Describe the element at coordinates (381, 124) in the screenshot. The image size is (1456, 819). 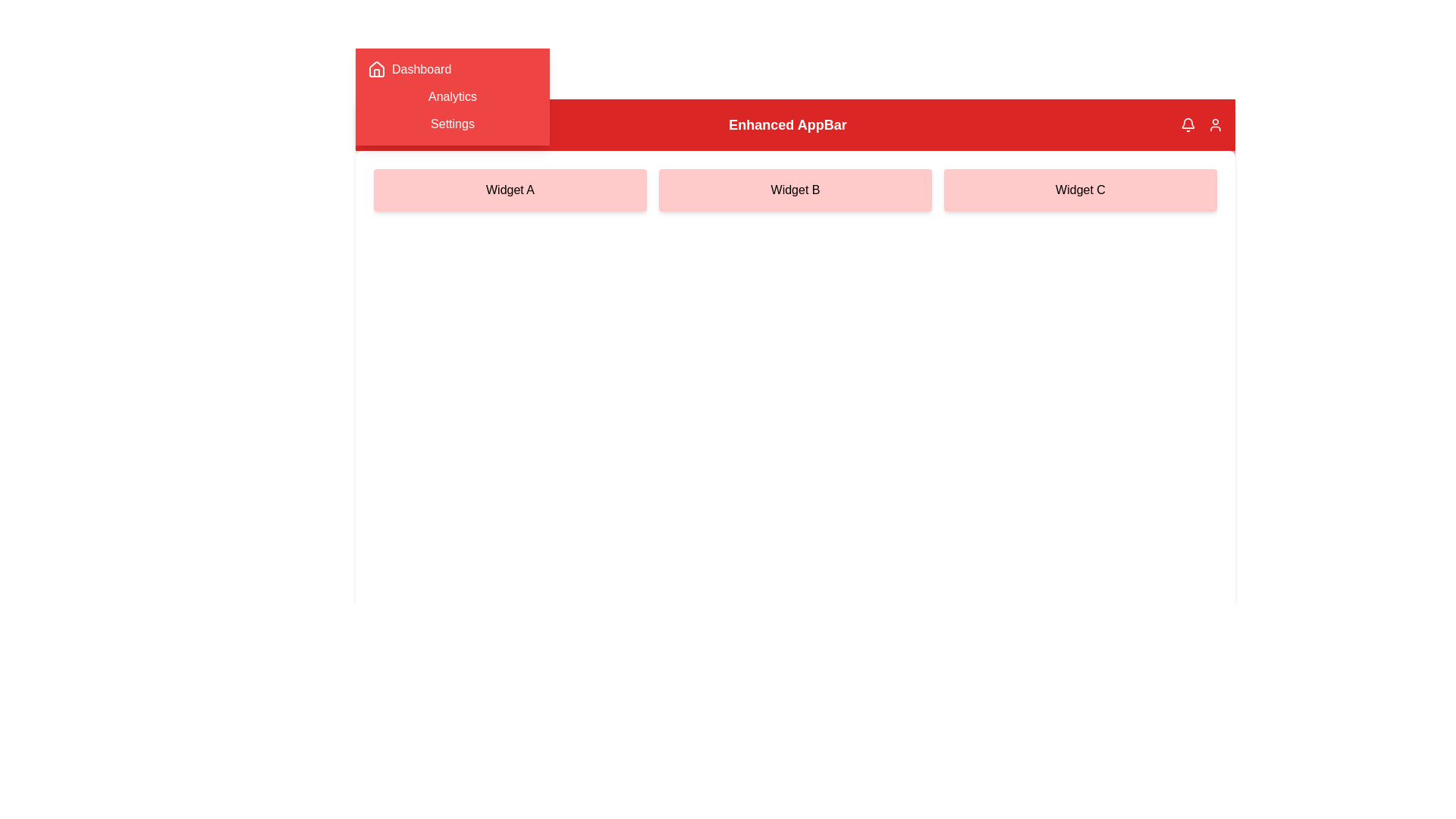
I see `the red button with the menu icon to toggle the visibility of the sidebar menu` at that location.